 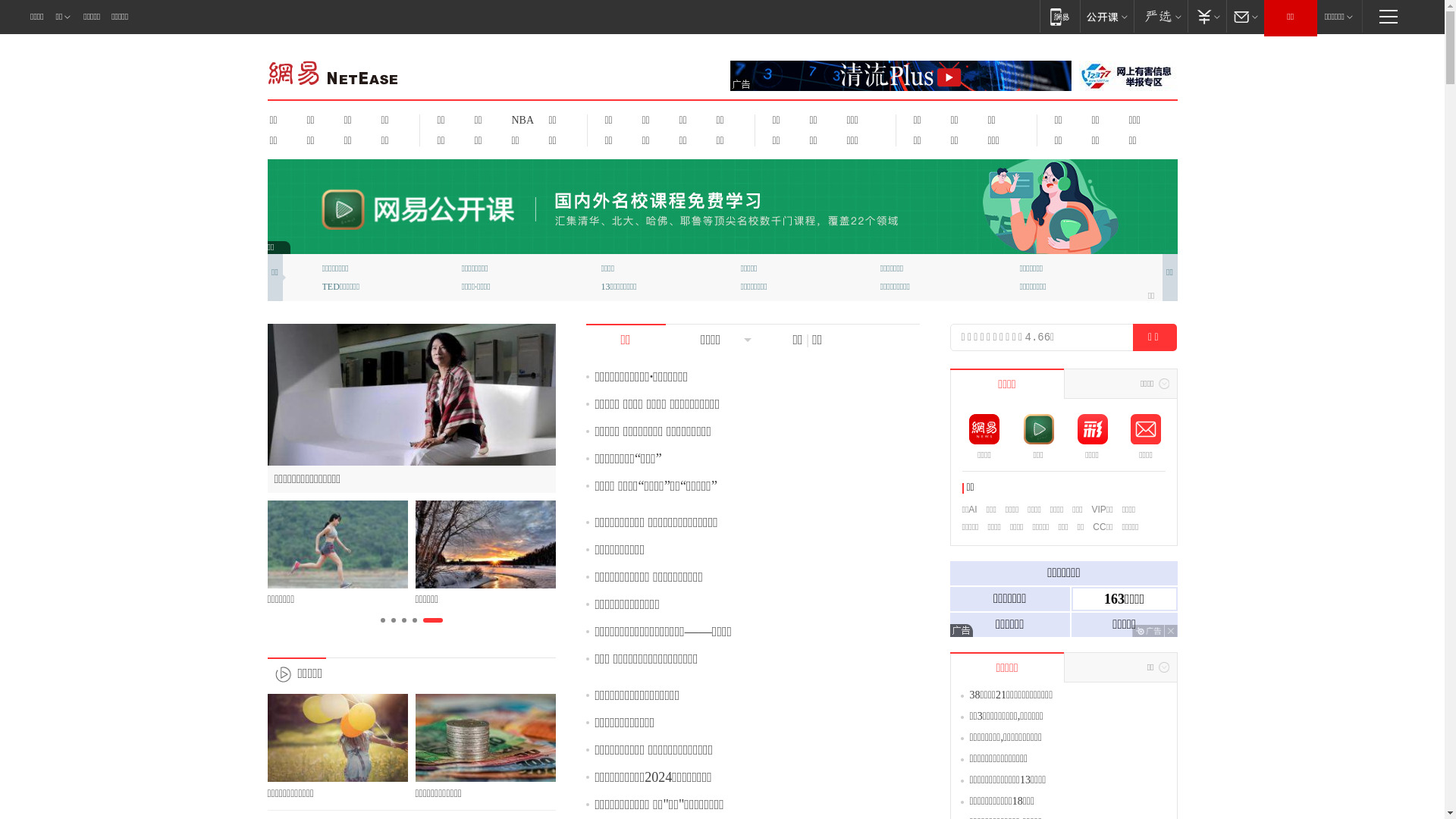 What do you see at coordinates (520, 119) in the screenshot?
I see `'NBA'` at bounding box center [520, 119].